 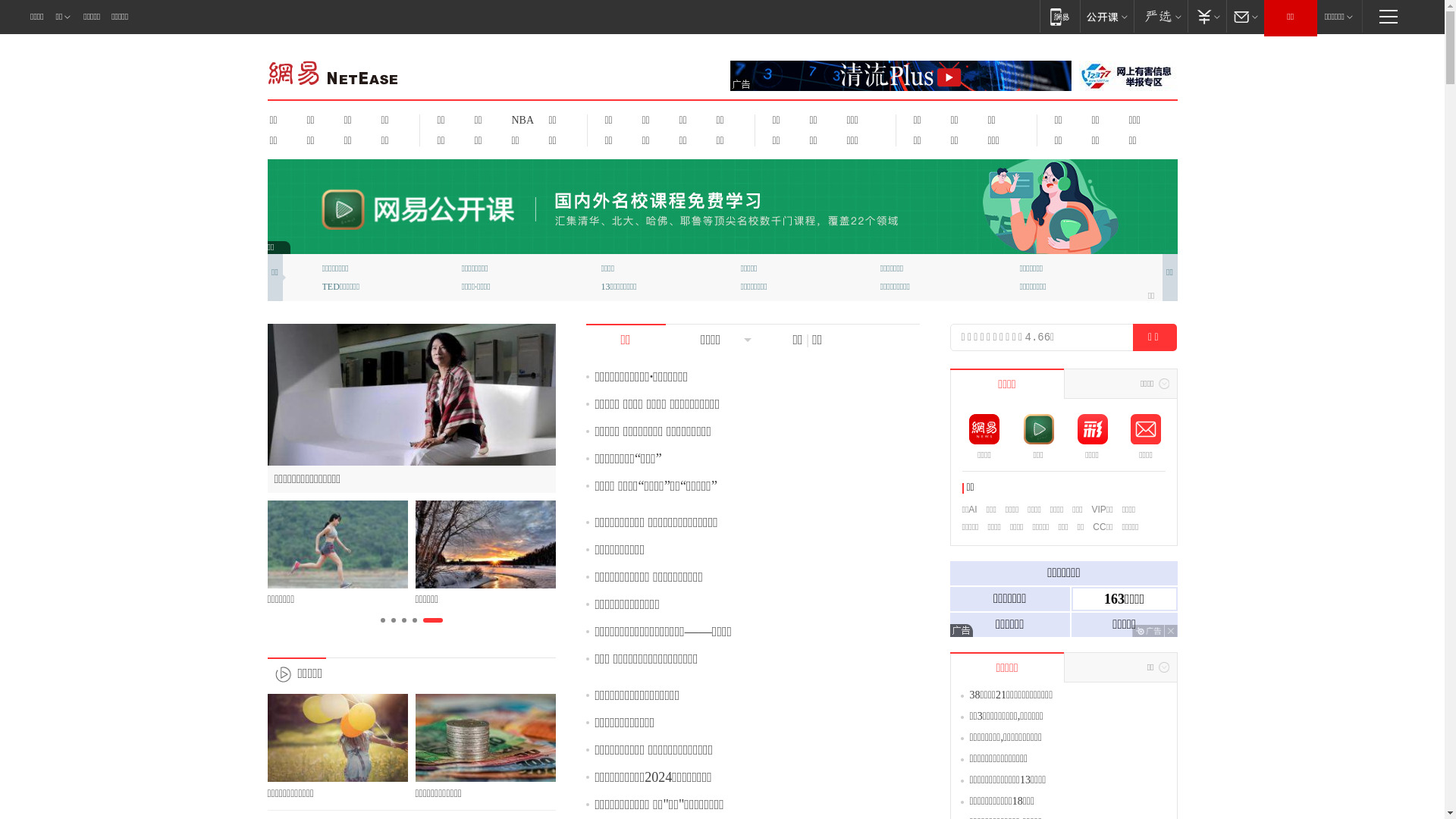 What do you see at coordinates (520, 119) in the screenshot?
I see `'NBA'` at bounding box center [520, 119].